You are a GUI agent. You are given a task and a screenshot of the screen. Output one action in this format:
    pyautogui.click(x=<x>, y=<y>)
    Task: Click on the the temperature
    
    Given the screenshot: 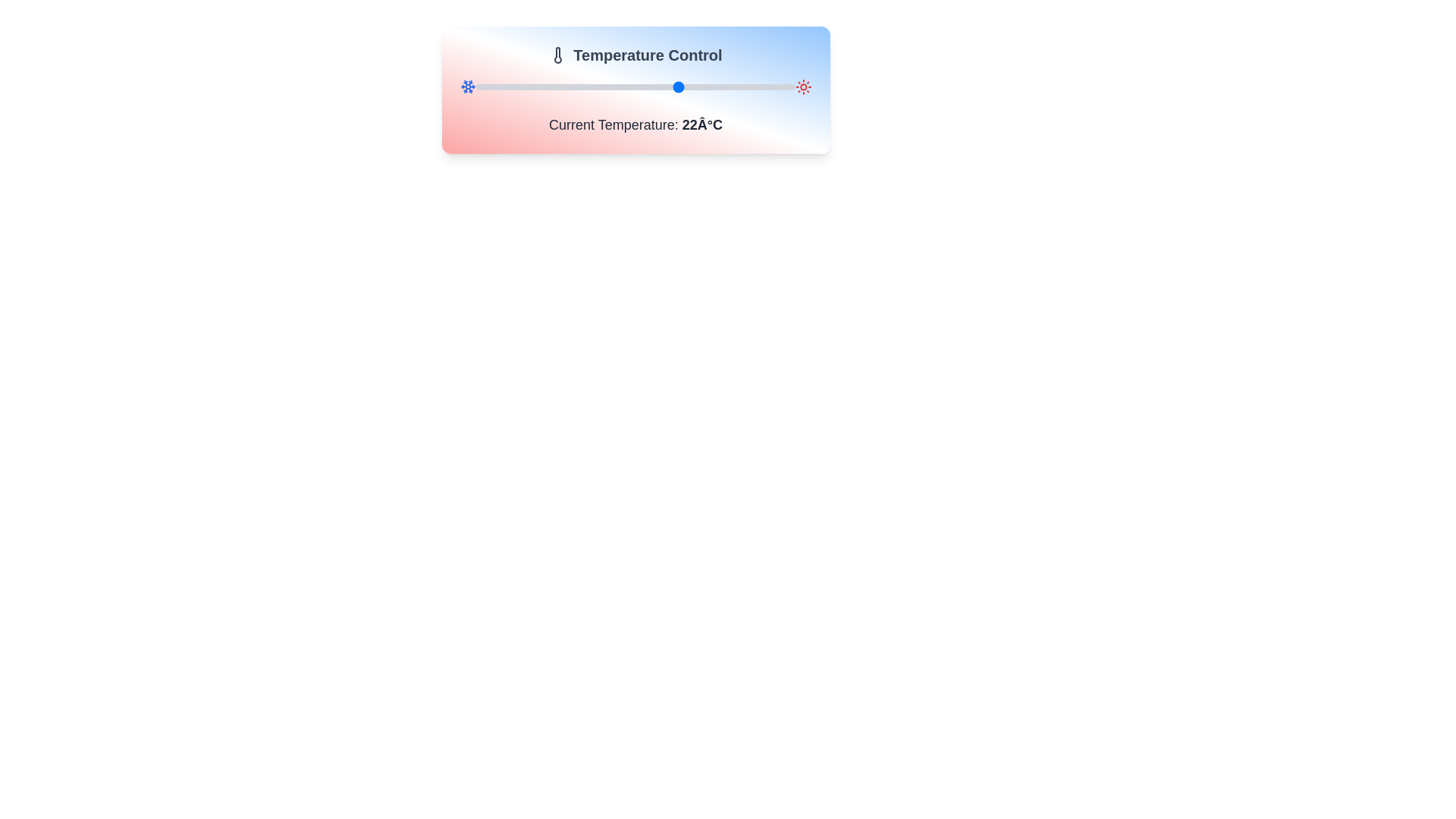 What is the action you would take?
    pyautogui.click(x=717, y=87)
    